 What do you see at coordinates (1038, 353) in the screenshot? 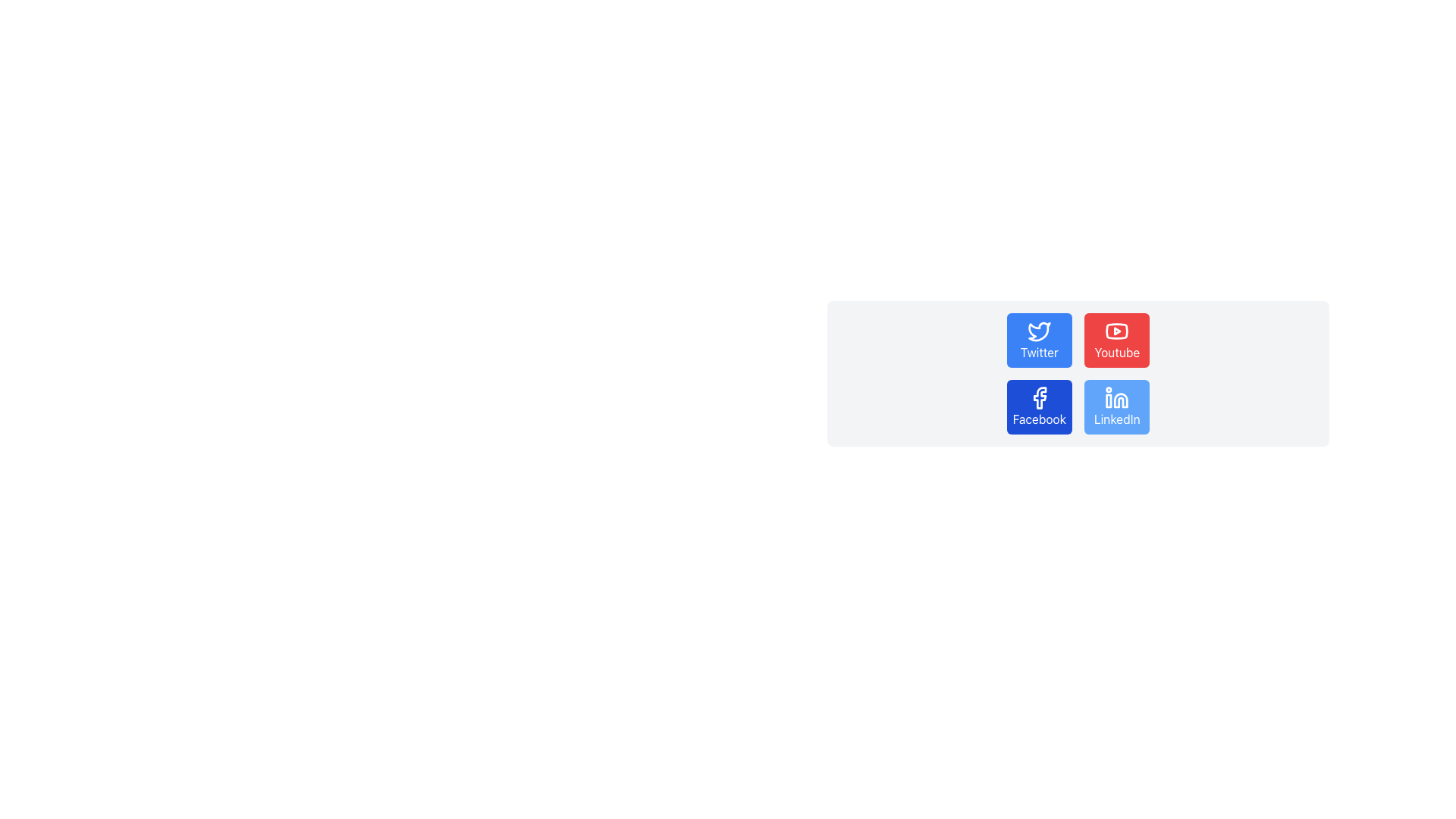
I see `text from the Twitter label located in the top-left cell of the social media buttons grid` at bounding box center [1038, 353].